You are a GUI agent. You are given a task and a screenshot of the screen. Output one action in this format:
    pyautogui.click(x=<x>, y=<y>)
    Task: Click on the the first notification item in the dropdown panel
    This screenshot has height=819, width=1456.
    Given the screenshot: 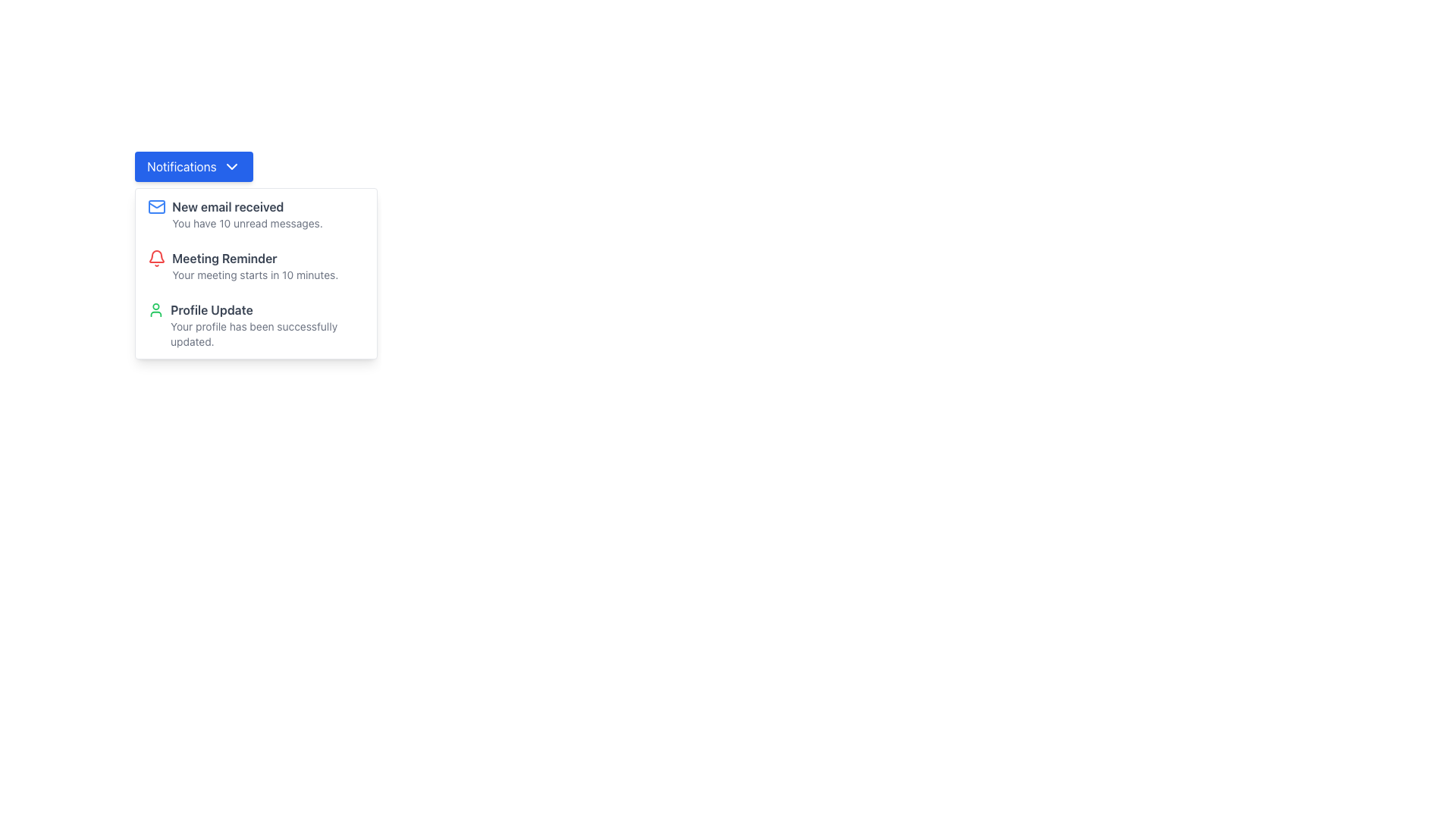 What is the action you would take?
    pyautogui.click(x=256, y=214)
    